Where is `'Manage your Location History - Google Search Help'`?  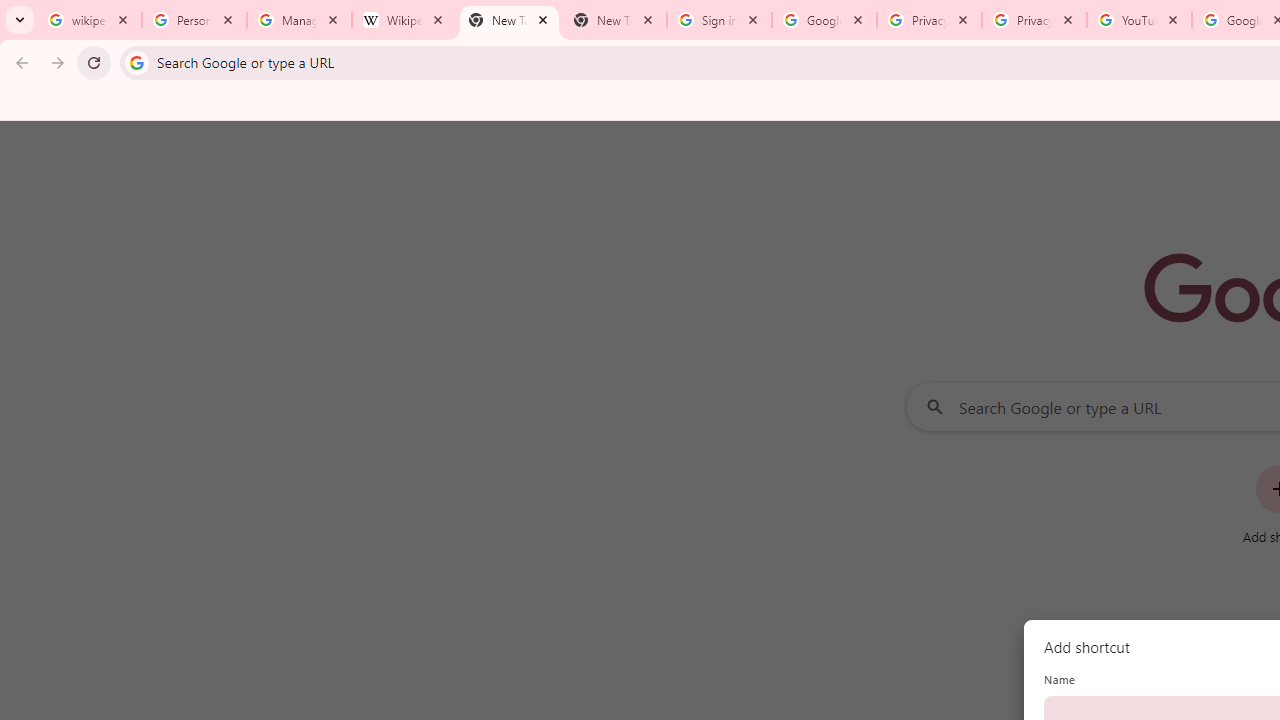
'Manage your Location History - Google Search Help' is located at coordinates (298, 20).